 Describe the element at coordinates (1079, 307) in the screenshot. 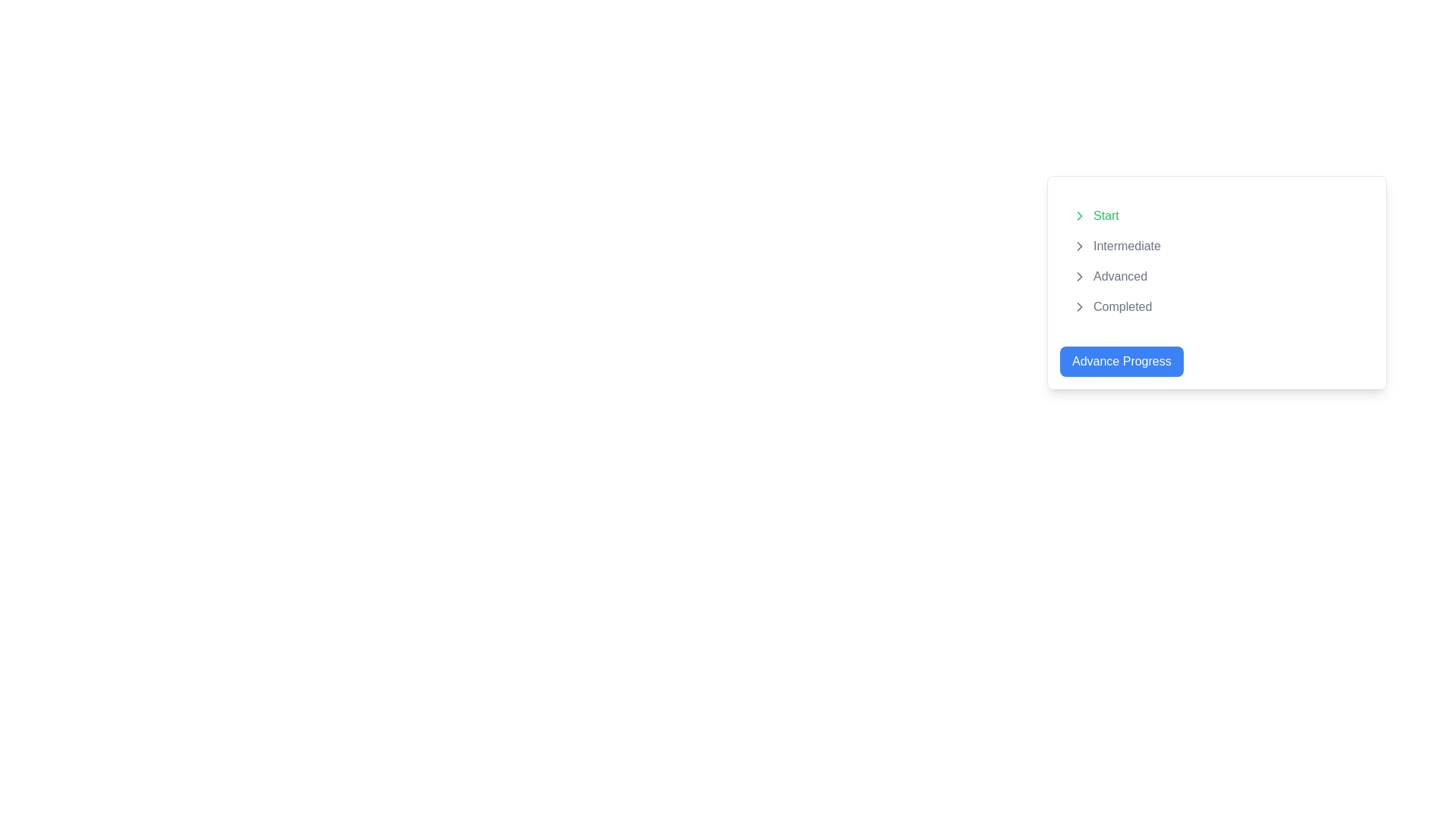

I see `the chevron arrow icon located to the left of the 'Start' text item` at that location.